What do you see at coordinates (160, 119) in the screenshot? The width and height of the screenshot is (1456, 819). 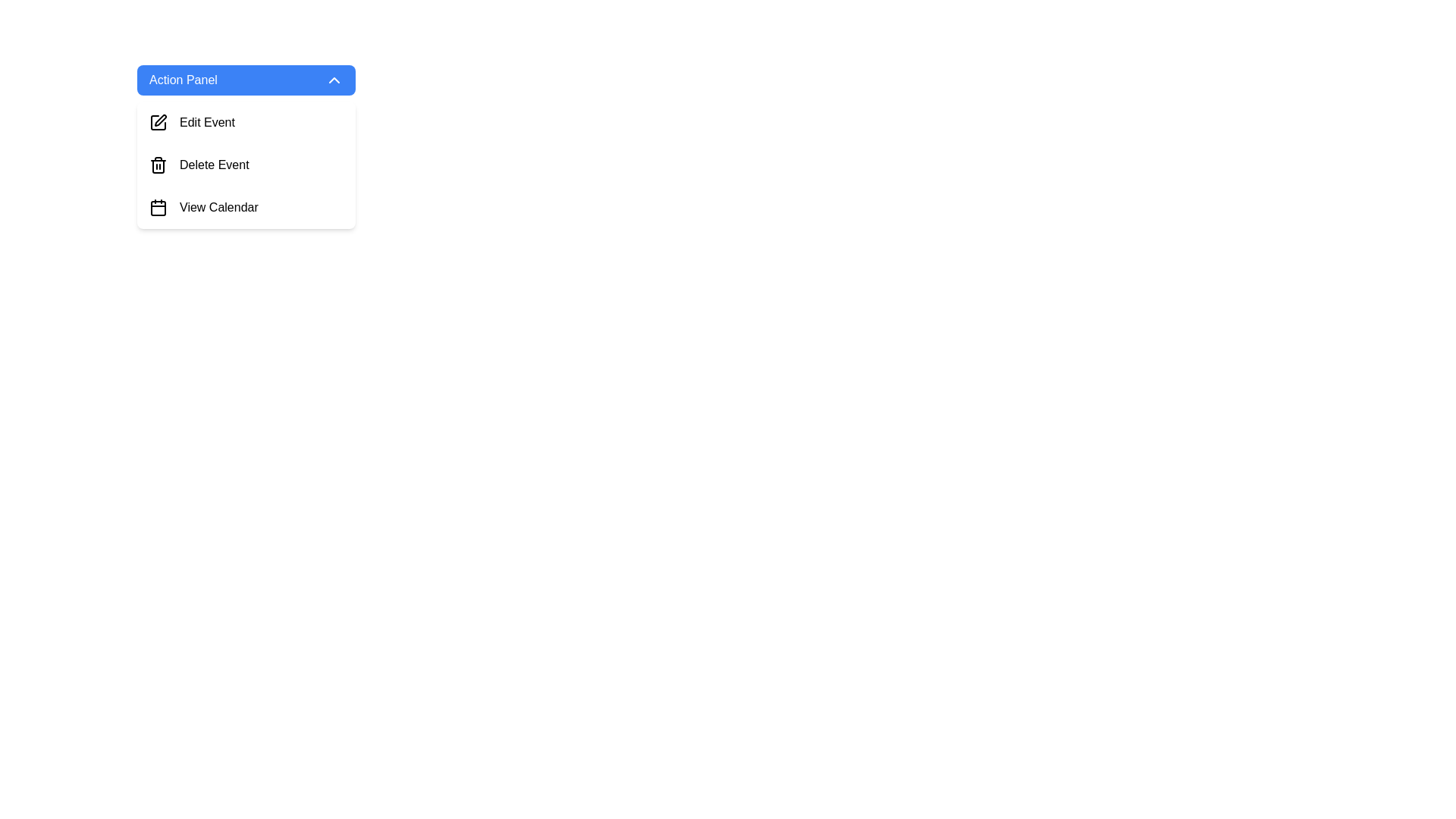 I see `the slanted pen or pencil icon in the 'Action Panel' dropdown that represents the edit function, preceding the text 'Edit Event.'` at bounding box center [160, 119].